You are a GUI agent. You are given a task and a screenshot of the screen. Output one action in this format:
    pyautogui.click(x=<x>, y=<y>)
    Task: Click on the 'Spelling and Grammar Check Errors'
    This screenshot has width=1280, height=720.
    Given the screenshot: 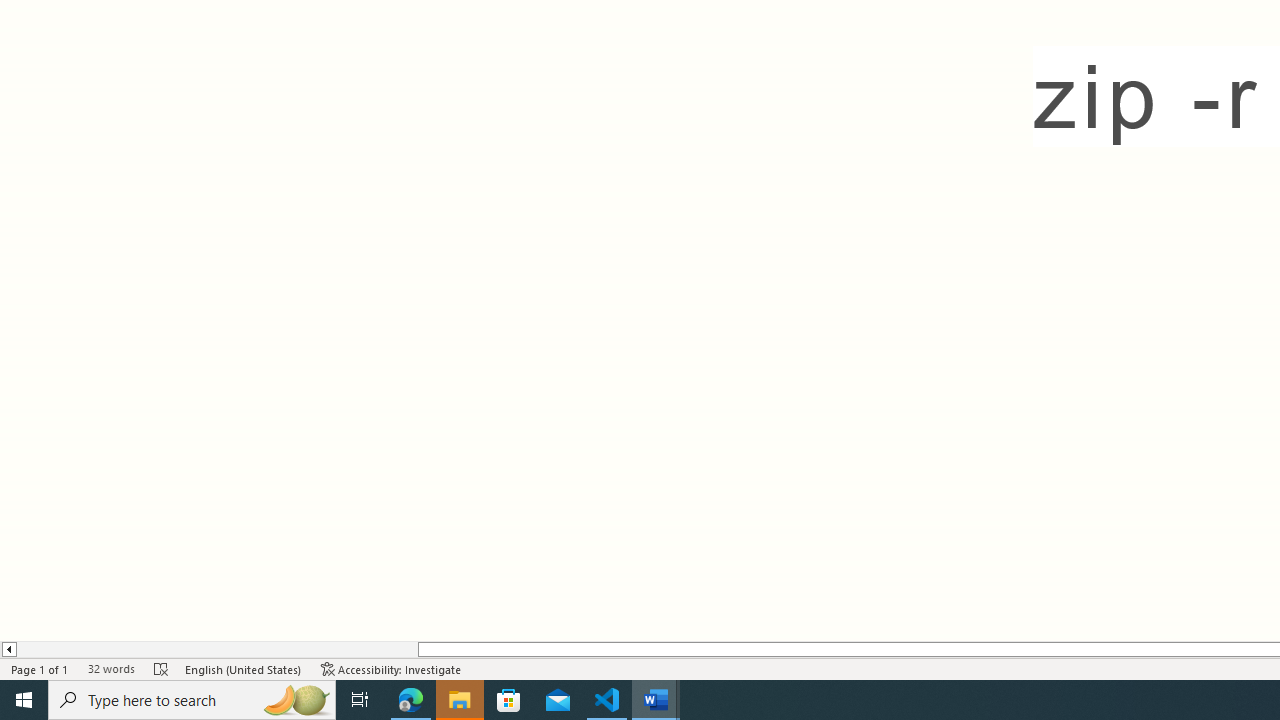 What is the action you would take?
    pyautogui.click(x=161, y=669)
    